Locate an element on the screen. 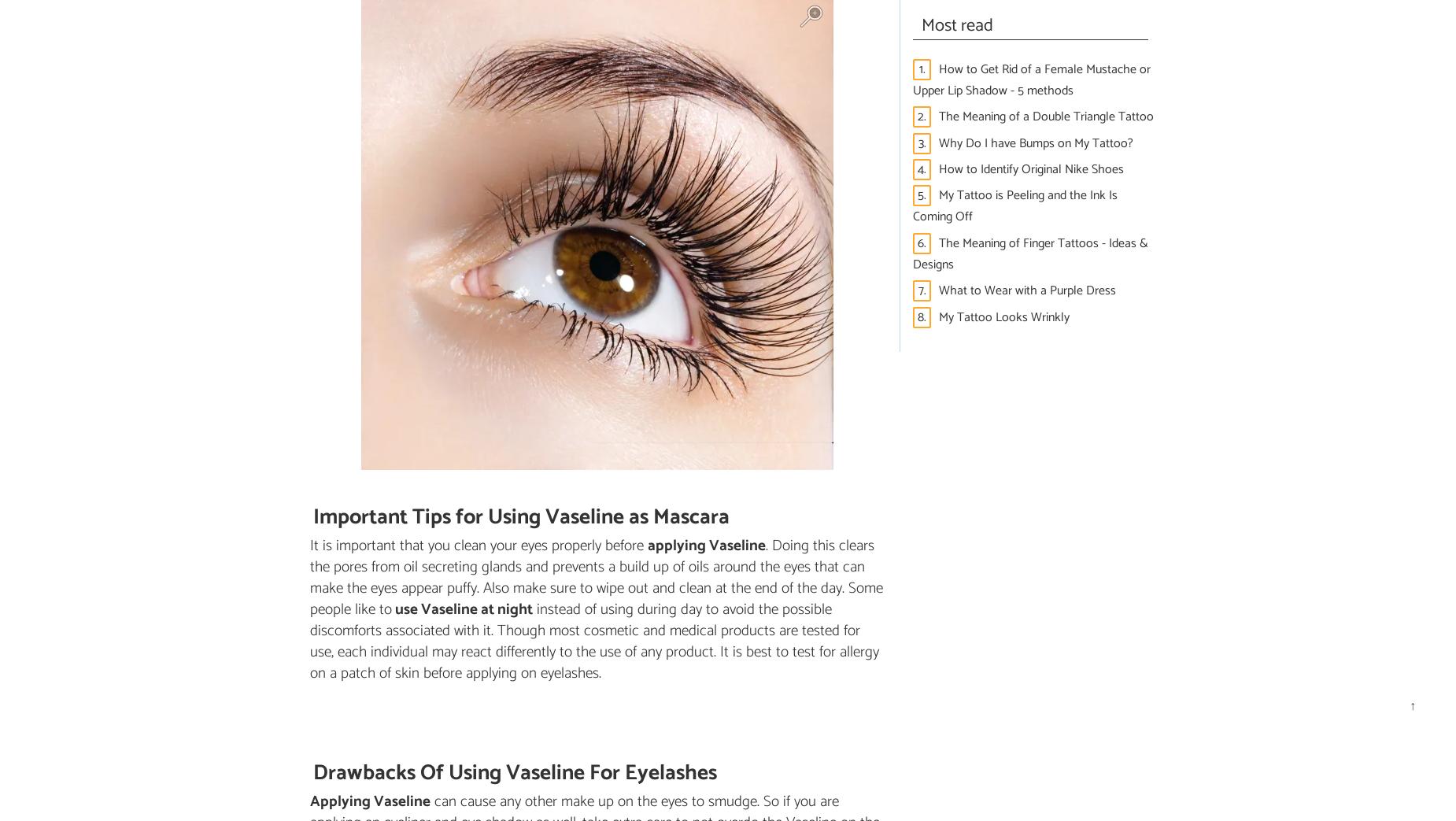  'instead of using during day to avoid the possible discomforts associated with it. Though most cosmetic and medical products are tested for use, each individual may react differently to the use of any product. It is best to test for allergy on a patch of skin before applying on eyelashes.' is located at coordinates (594, 640).